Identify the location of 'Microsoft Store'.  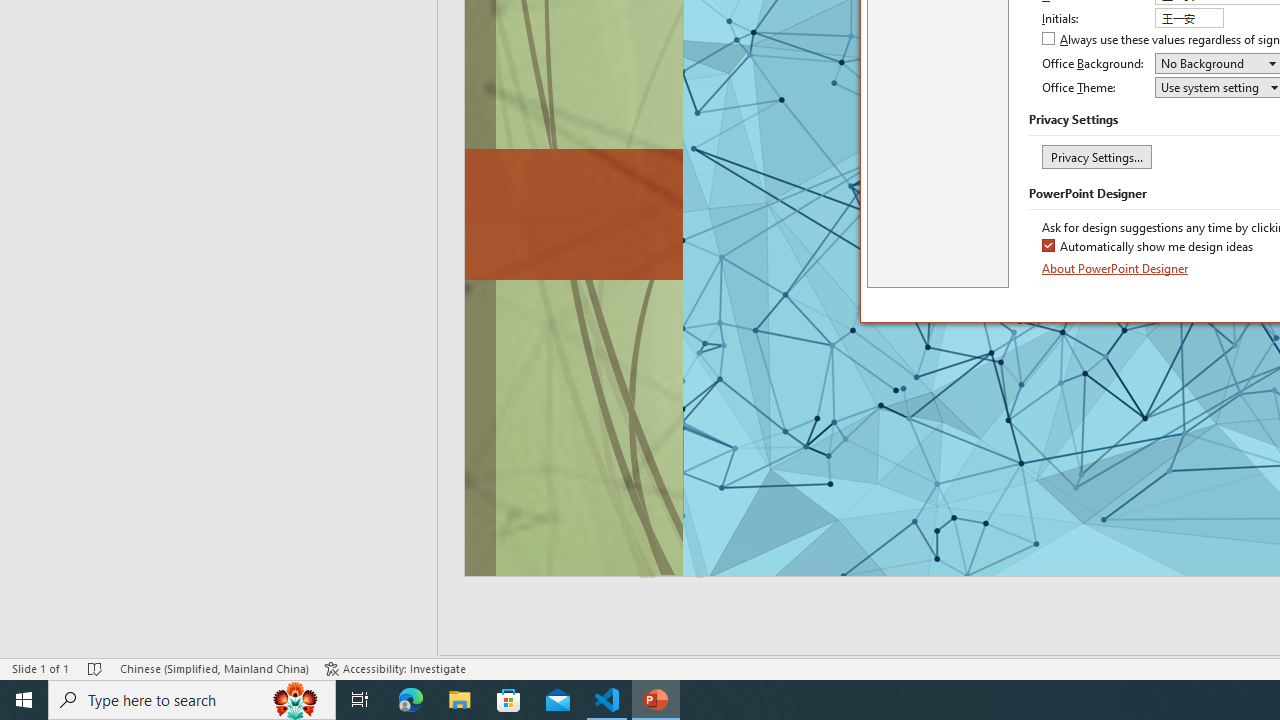
(509, 698).